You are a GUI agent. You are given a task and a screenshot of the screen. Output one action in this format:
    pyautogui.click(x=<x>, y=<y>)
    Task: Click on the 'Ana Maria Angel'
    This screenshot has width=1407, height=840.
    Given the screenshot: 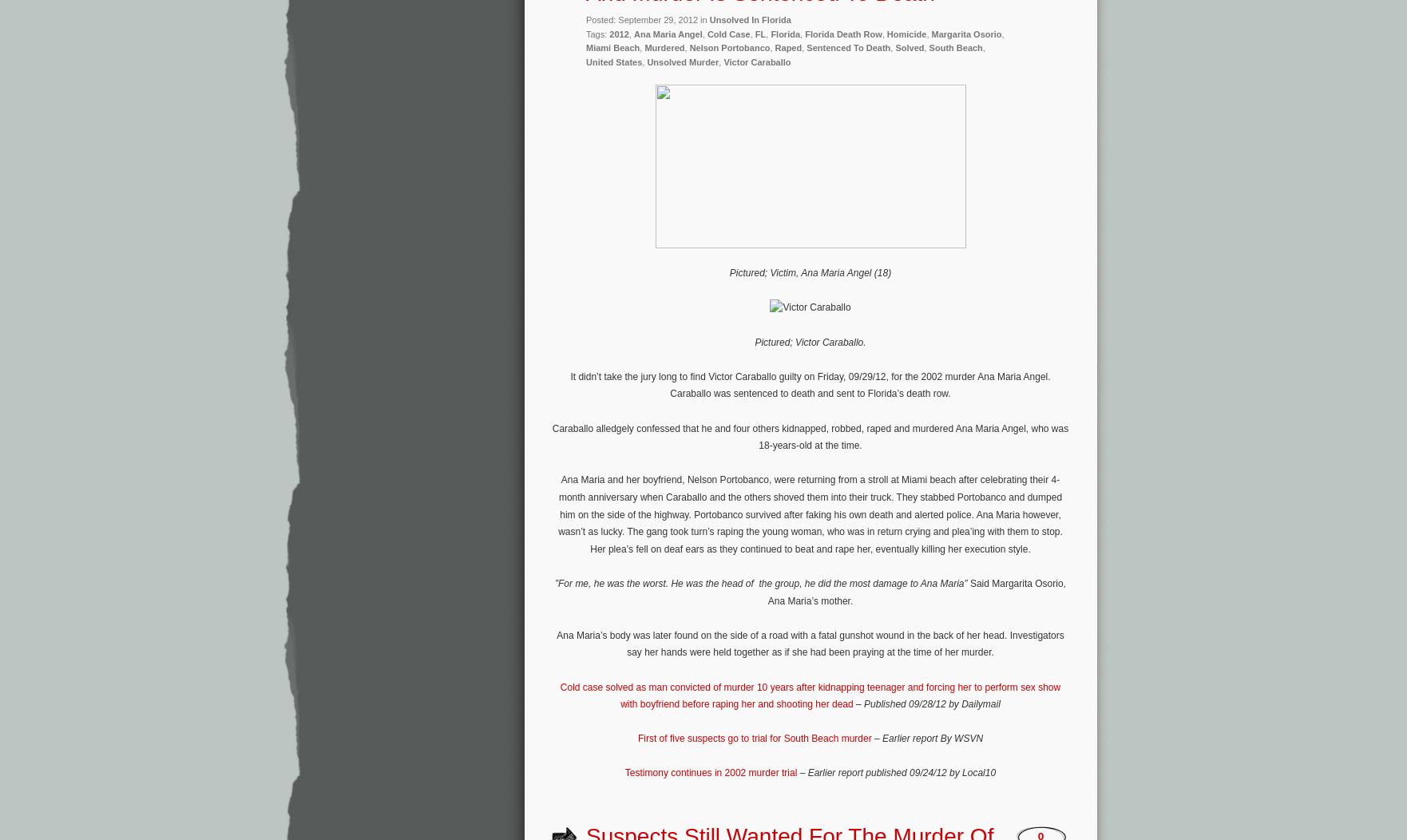 What is the action you would take?
    pyautogui.click(x=667, y=33)
    